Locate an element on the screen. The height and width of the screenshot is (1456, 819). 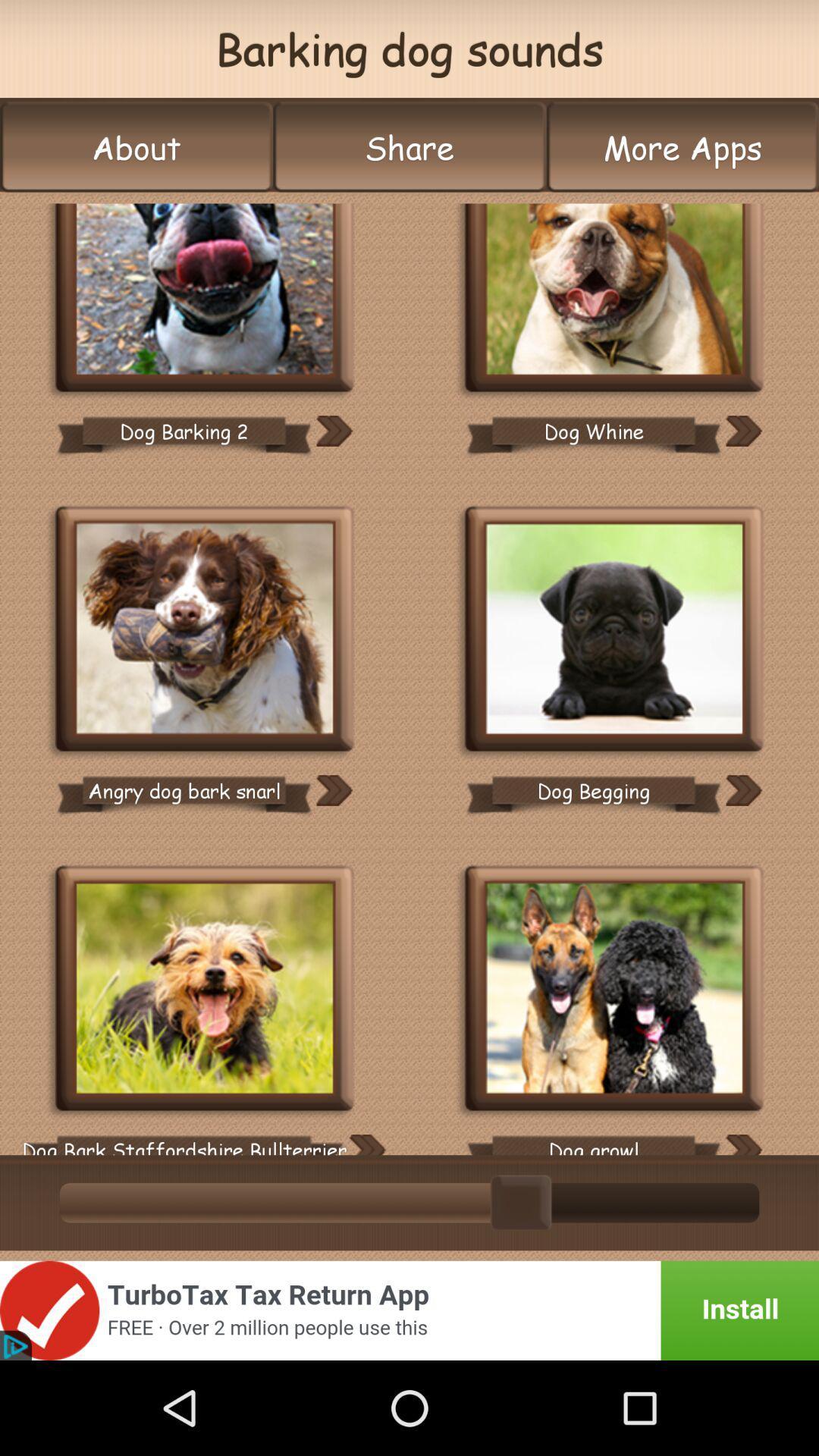
button to the right of the about is located at coordinates (409, 147).